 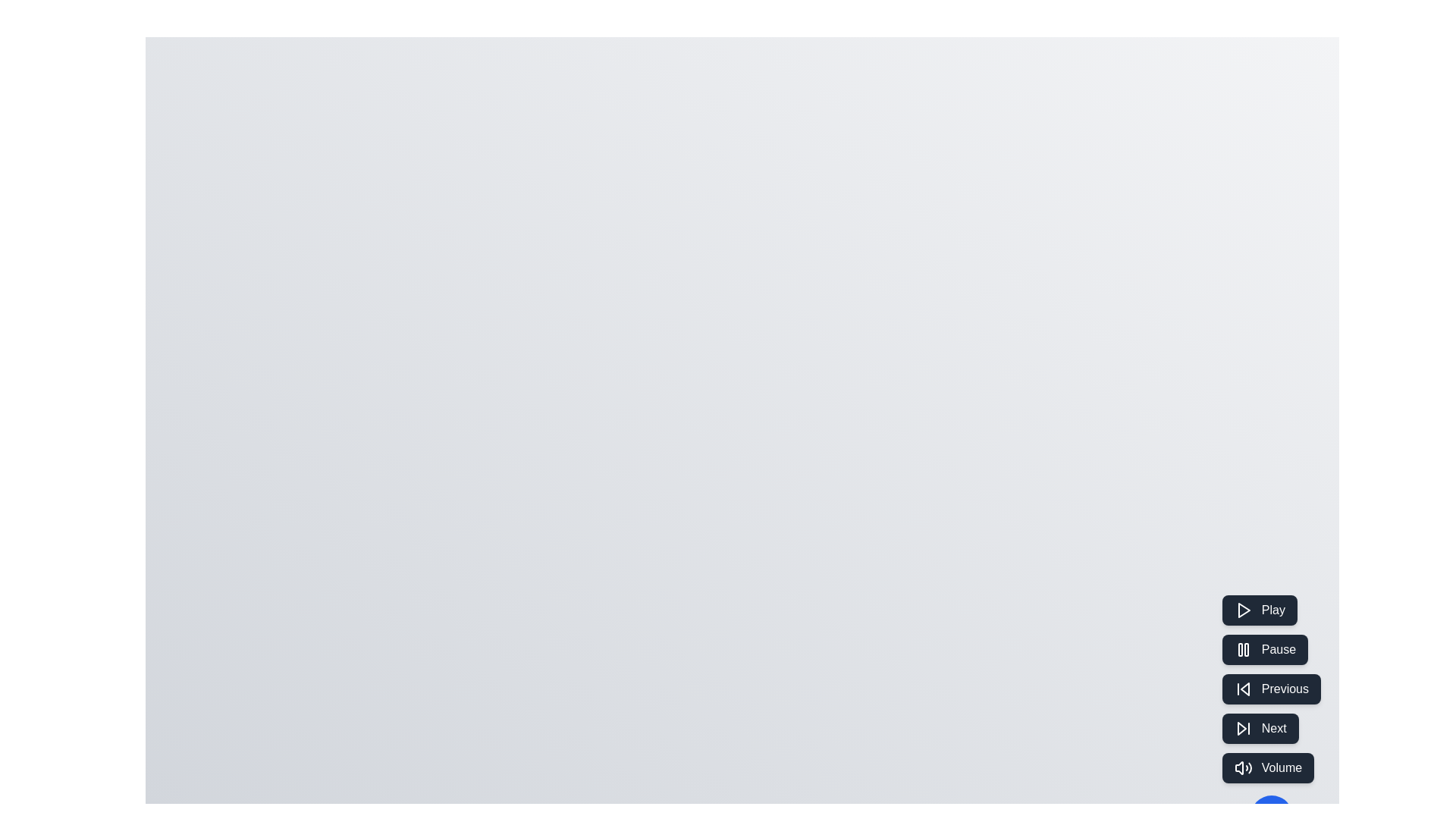 What do you see at coordinates (1265, 648) in the screenshot?
I see `the Pause button to pause media playback` at bounding box center [1265, 648].